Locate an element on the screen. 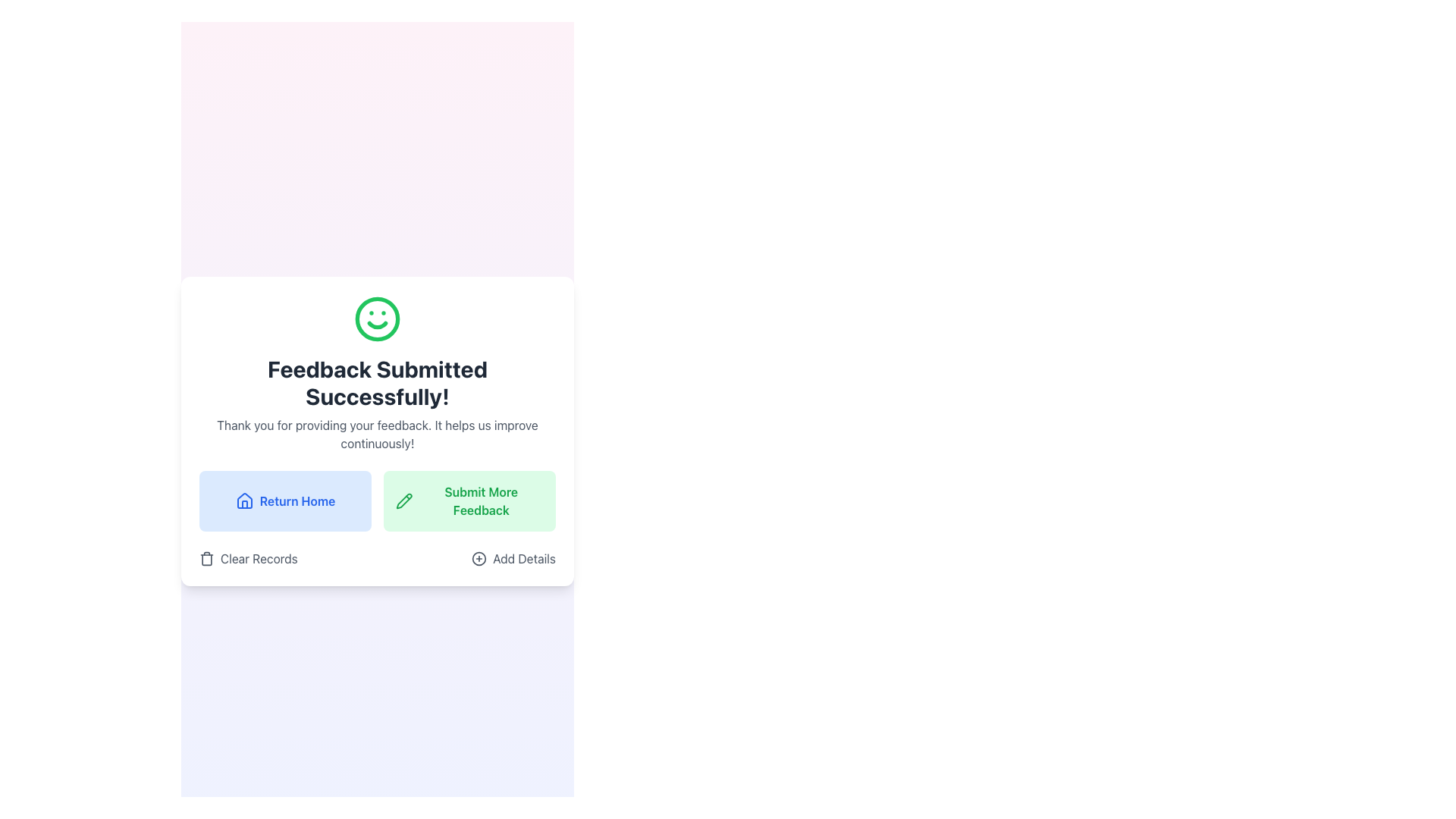 This screenshot has width=1456, height=819. the green 'Submit More Feedback' button with rounded corners to observe the hover effects is located at coordinates (469, 500).